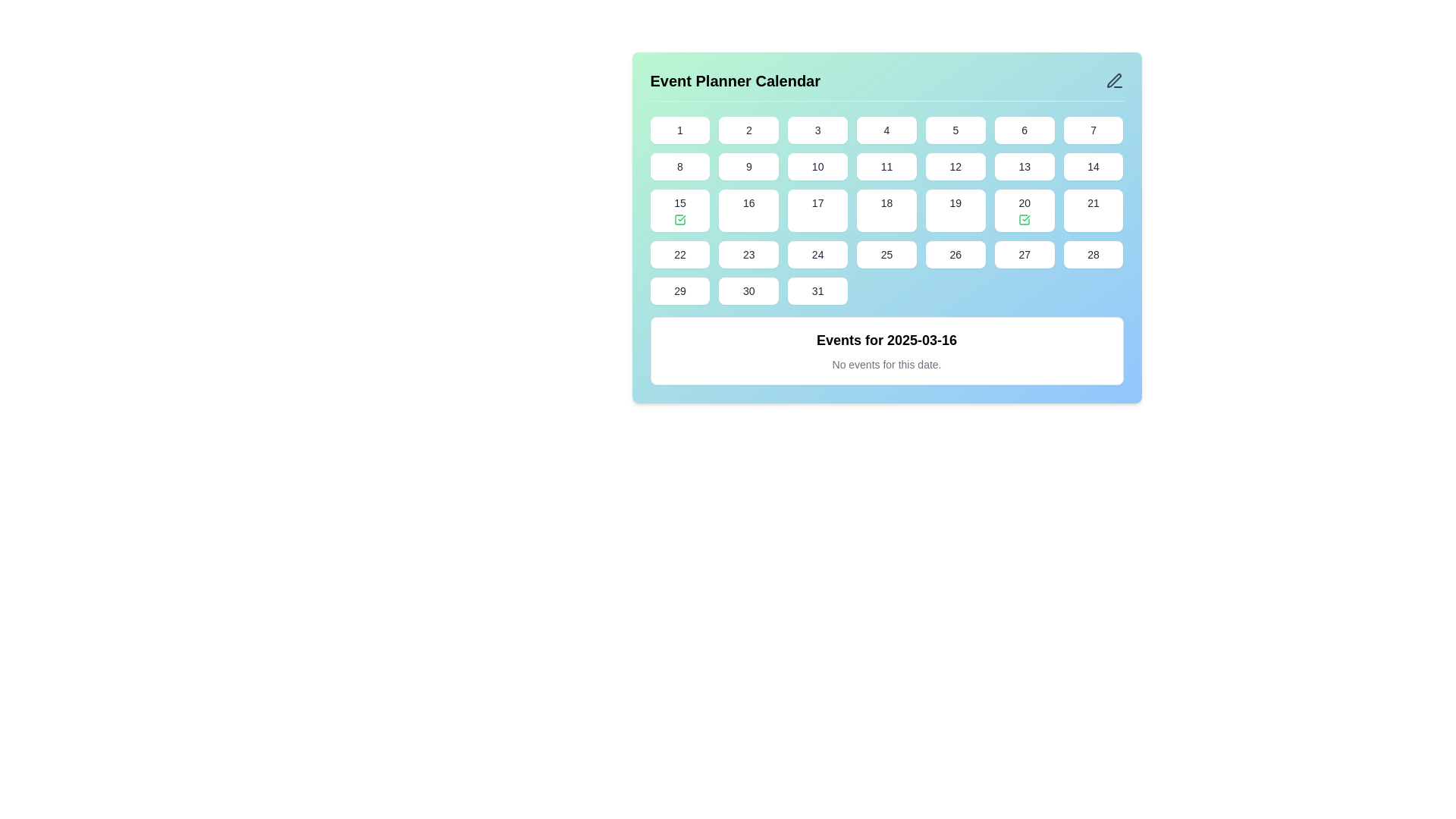 Image resolution: width=1456 pixels, height=819 pixels. Describe the element at coordinates (679, 130) in the screenshot. I see `the first button in the calendar interface under the title 'Event Planner Calendar', located in the first row and first column of the grid layout` at that location.